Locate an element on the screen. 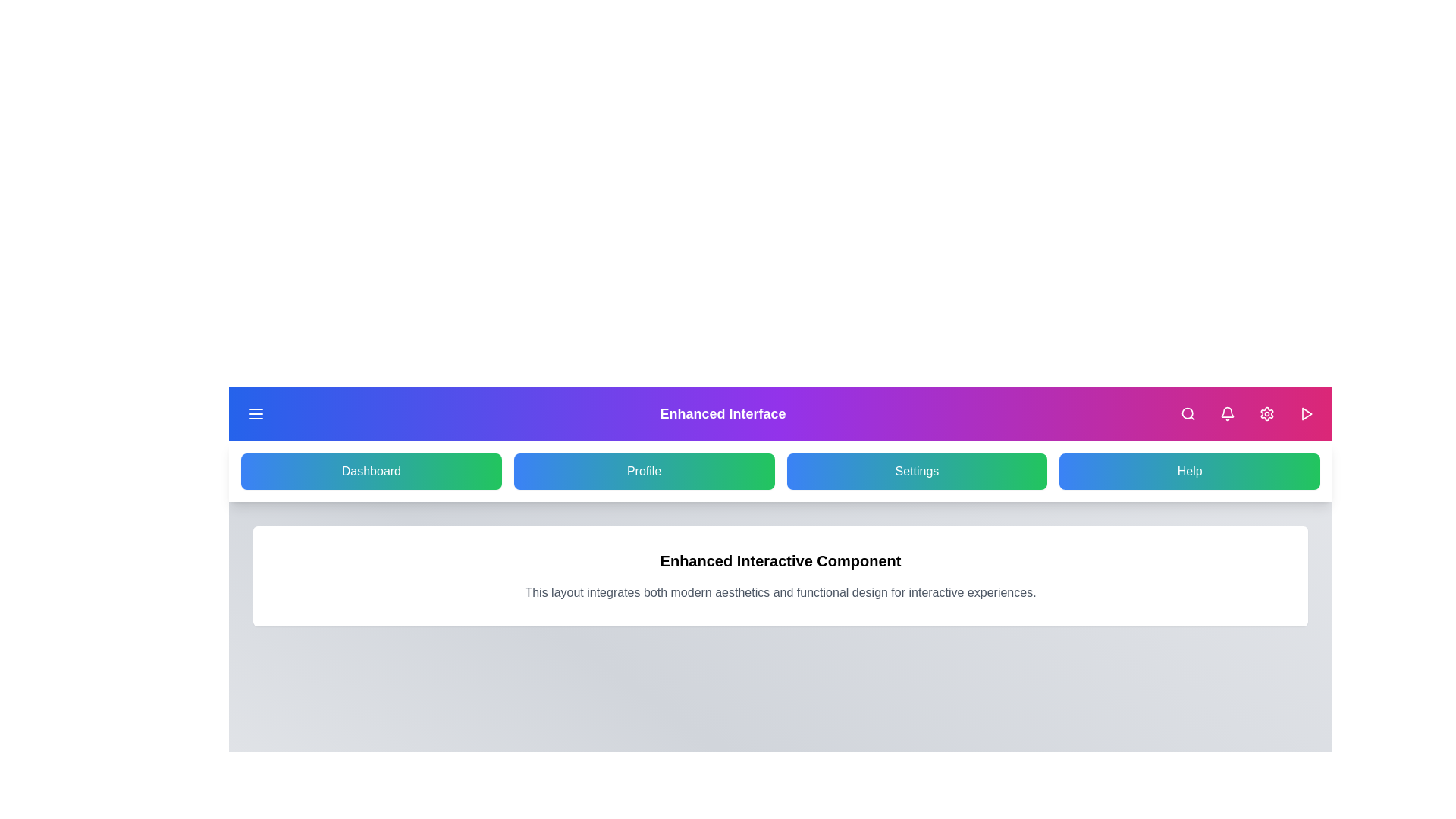  the 'Help' navigation button is located at coordinates (1189, 470).